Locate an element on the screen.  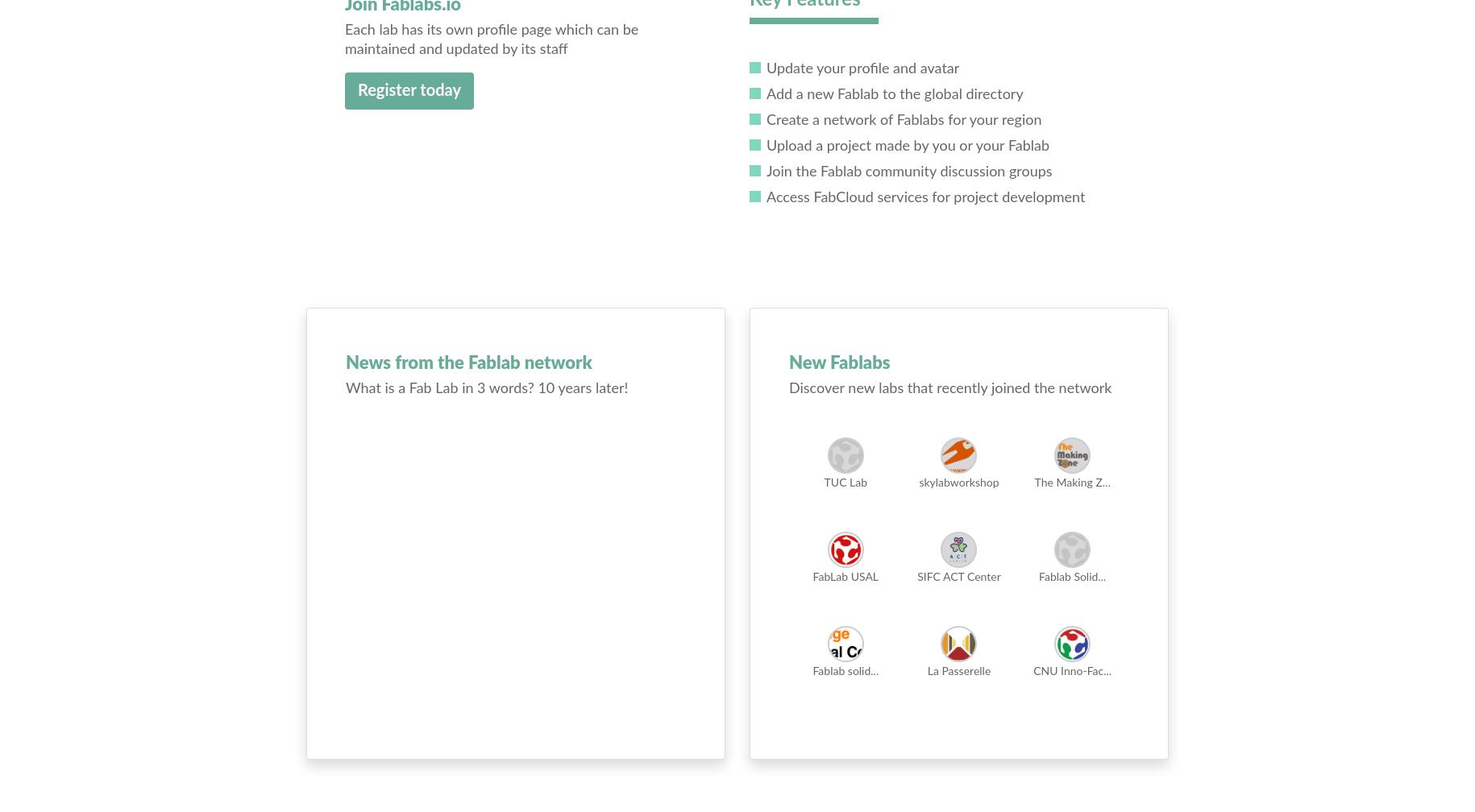
'Fablab solid...' is located at coordinates (845, 672).